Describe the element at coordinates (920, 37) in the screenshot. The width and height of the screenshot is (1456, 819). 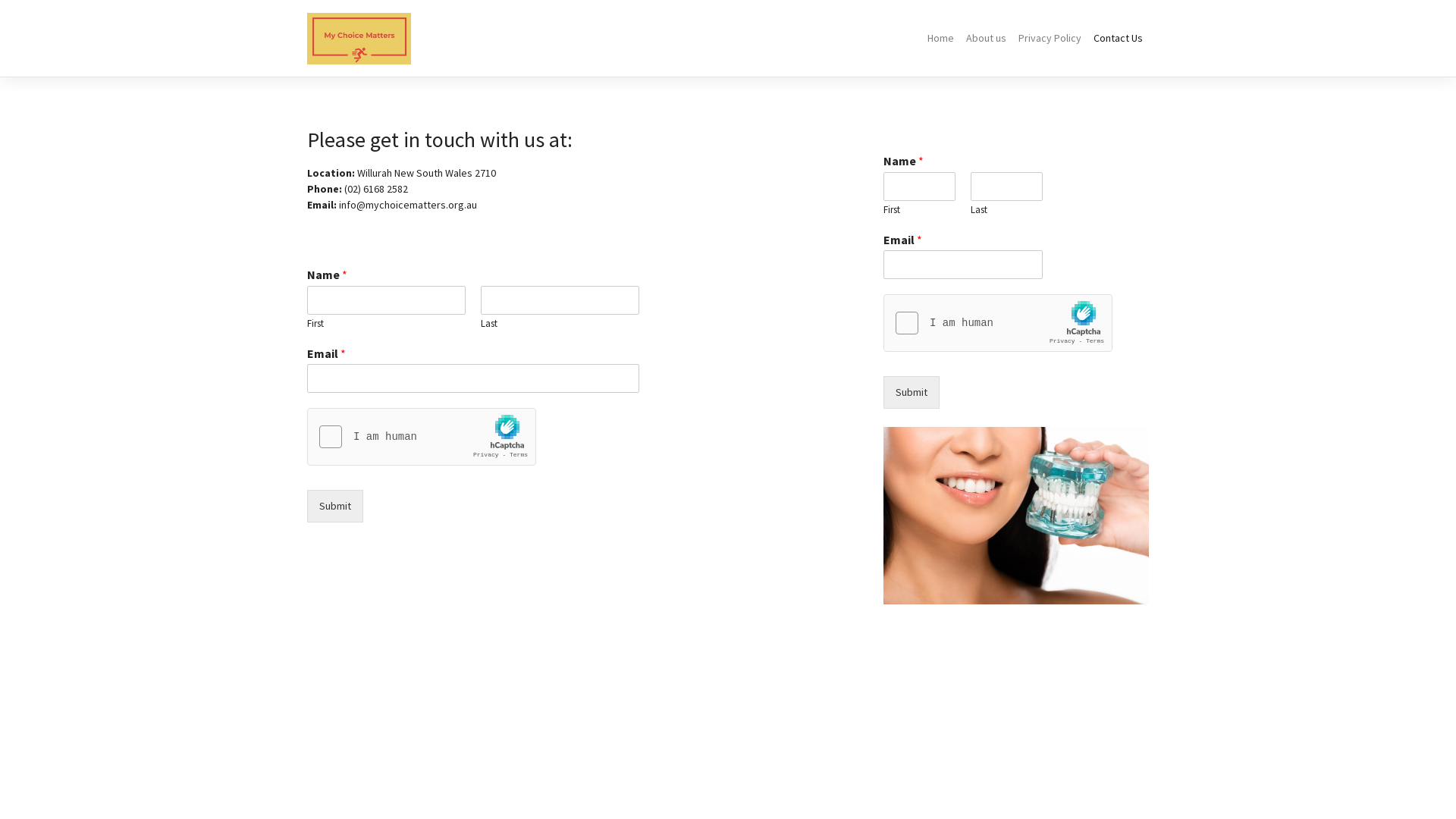
I see `'Home'` at that location.